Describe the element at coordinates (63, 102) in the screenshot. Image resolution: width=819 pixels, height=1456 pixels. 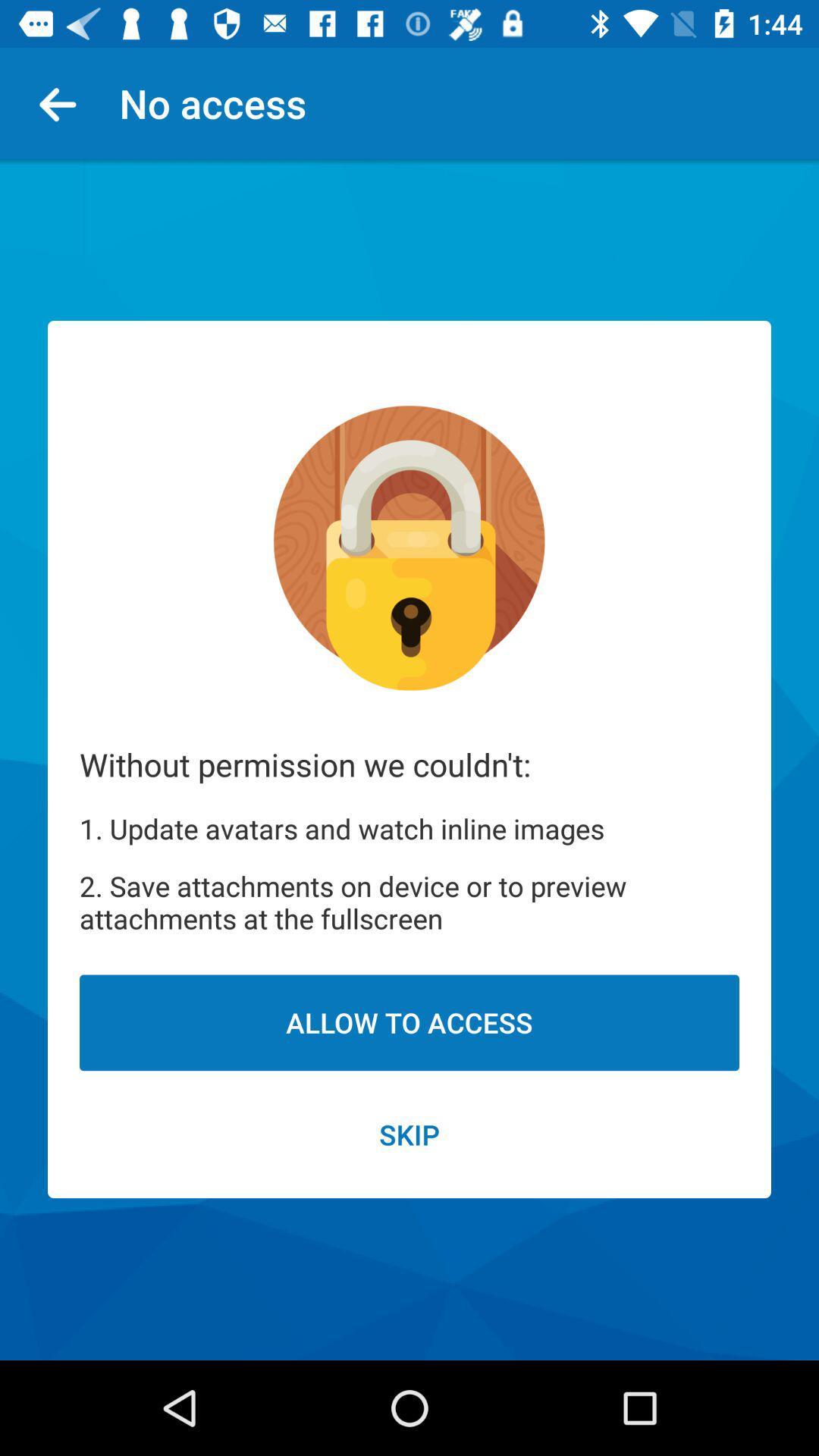
I see `the icon next to no access item` at that location.